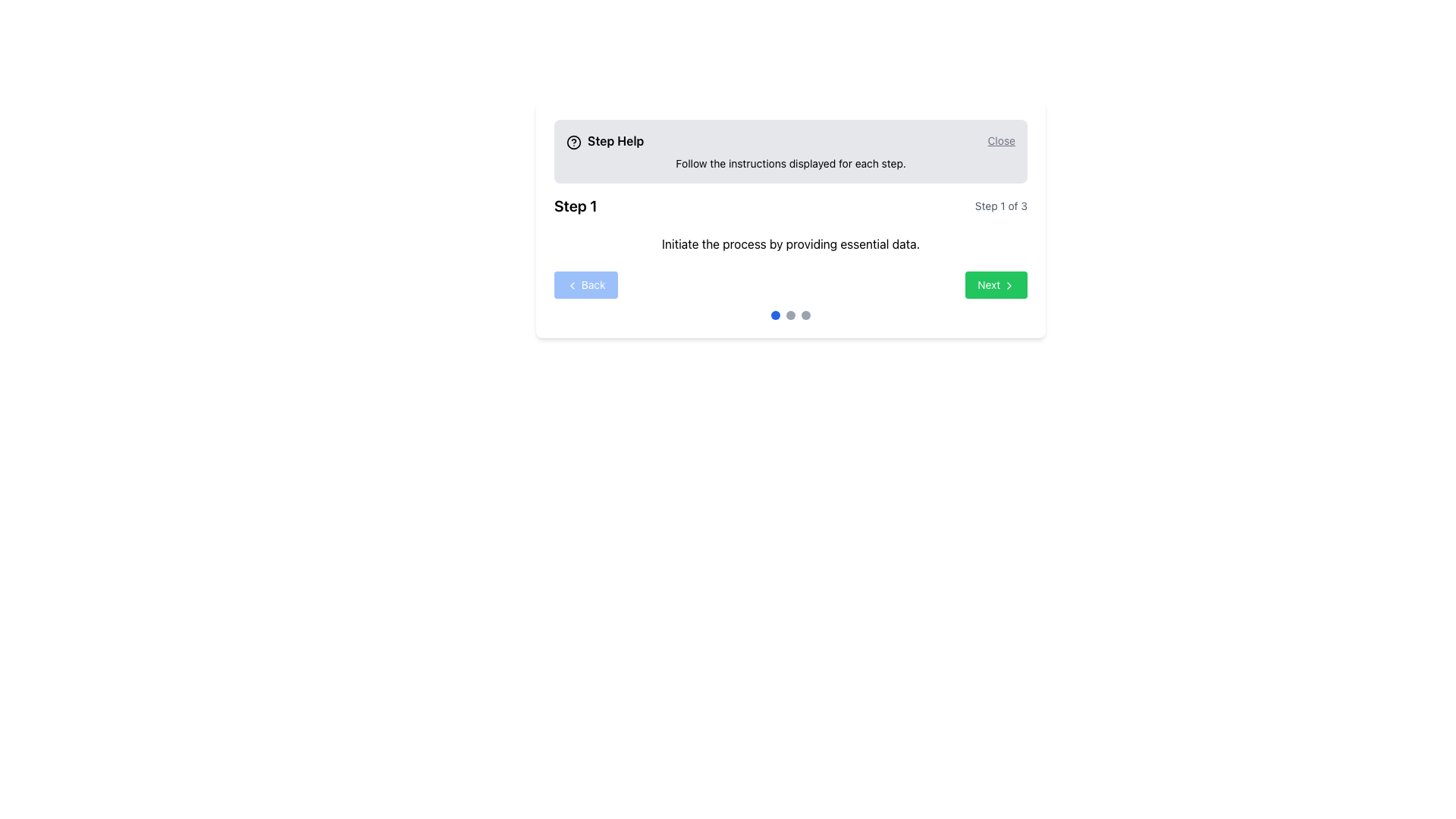 The height and width of the screenshot is (819, 1456). What do you see at coordinates (616, 140) in the screenshot?
I see `text label 'Step Help' which is located in the top-left corner of the gray bar, to the right of the circular help icon` at bounding box center [616, 140].